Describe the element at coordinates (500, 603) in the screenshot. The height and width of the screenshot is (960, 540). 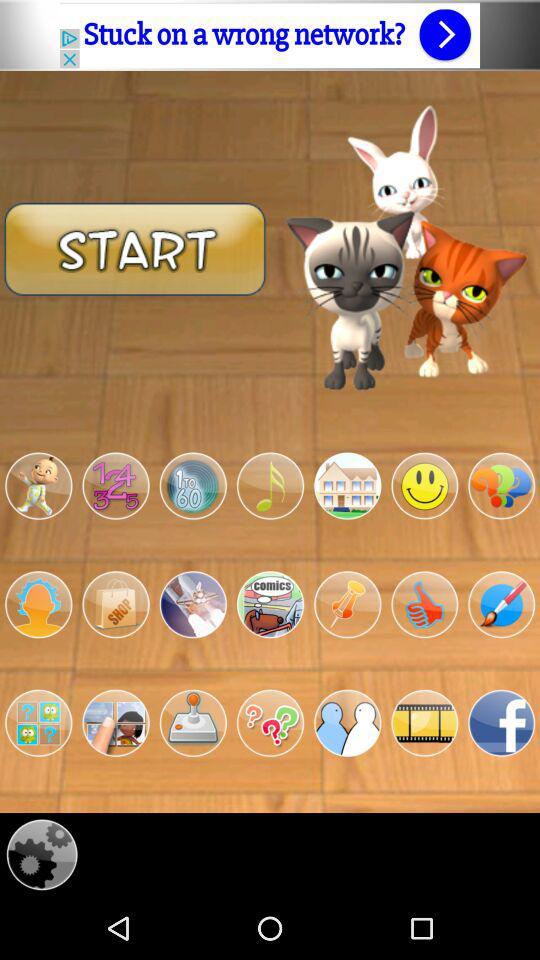
I see `painting icon above facebook icon` at that location.